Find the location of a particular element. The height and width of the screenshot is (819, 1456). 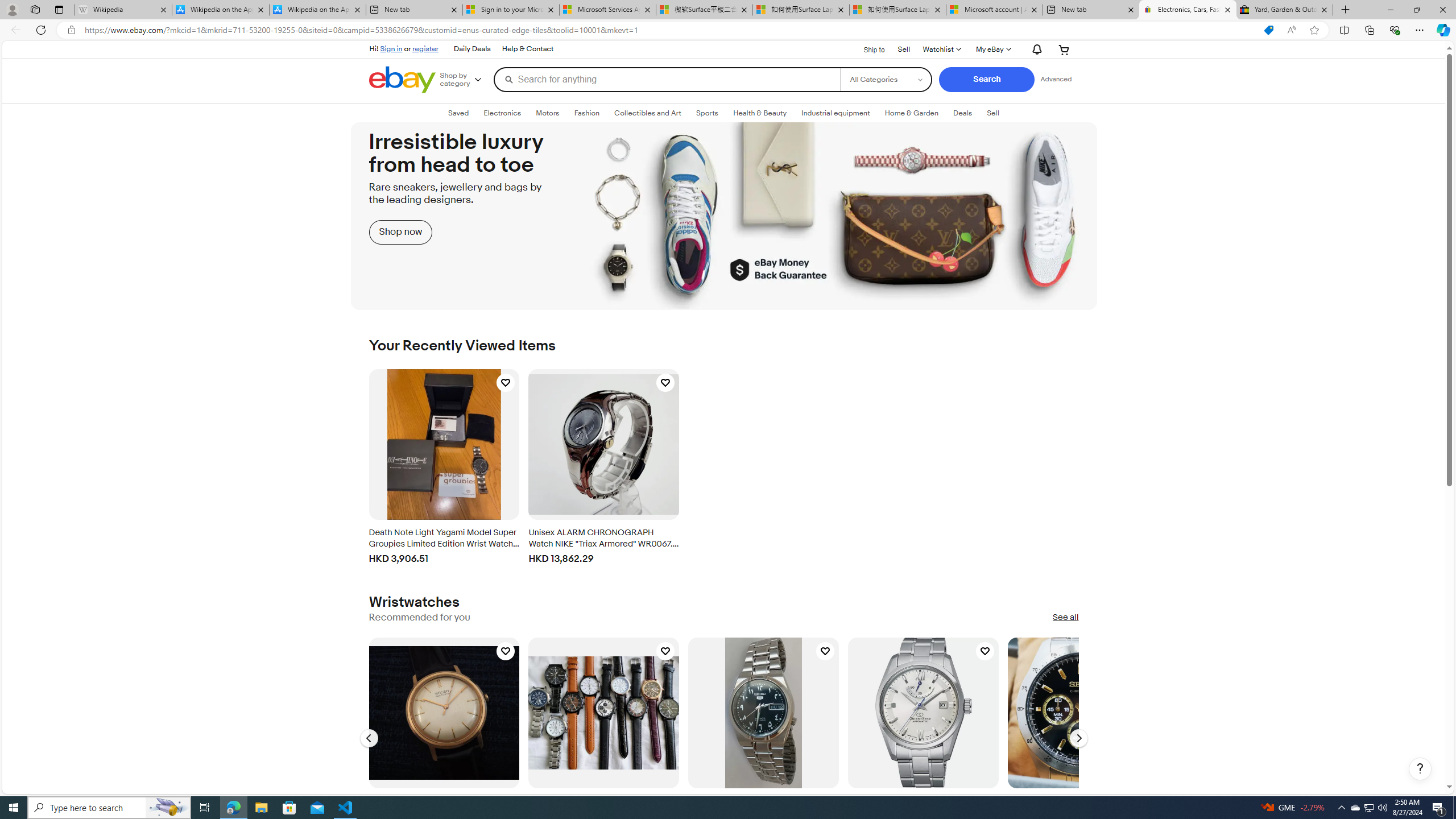

'Ship to' is located at coordinates (867, 49).